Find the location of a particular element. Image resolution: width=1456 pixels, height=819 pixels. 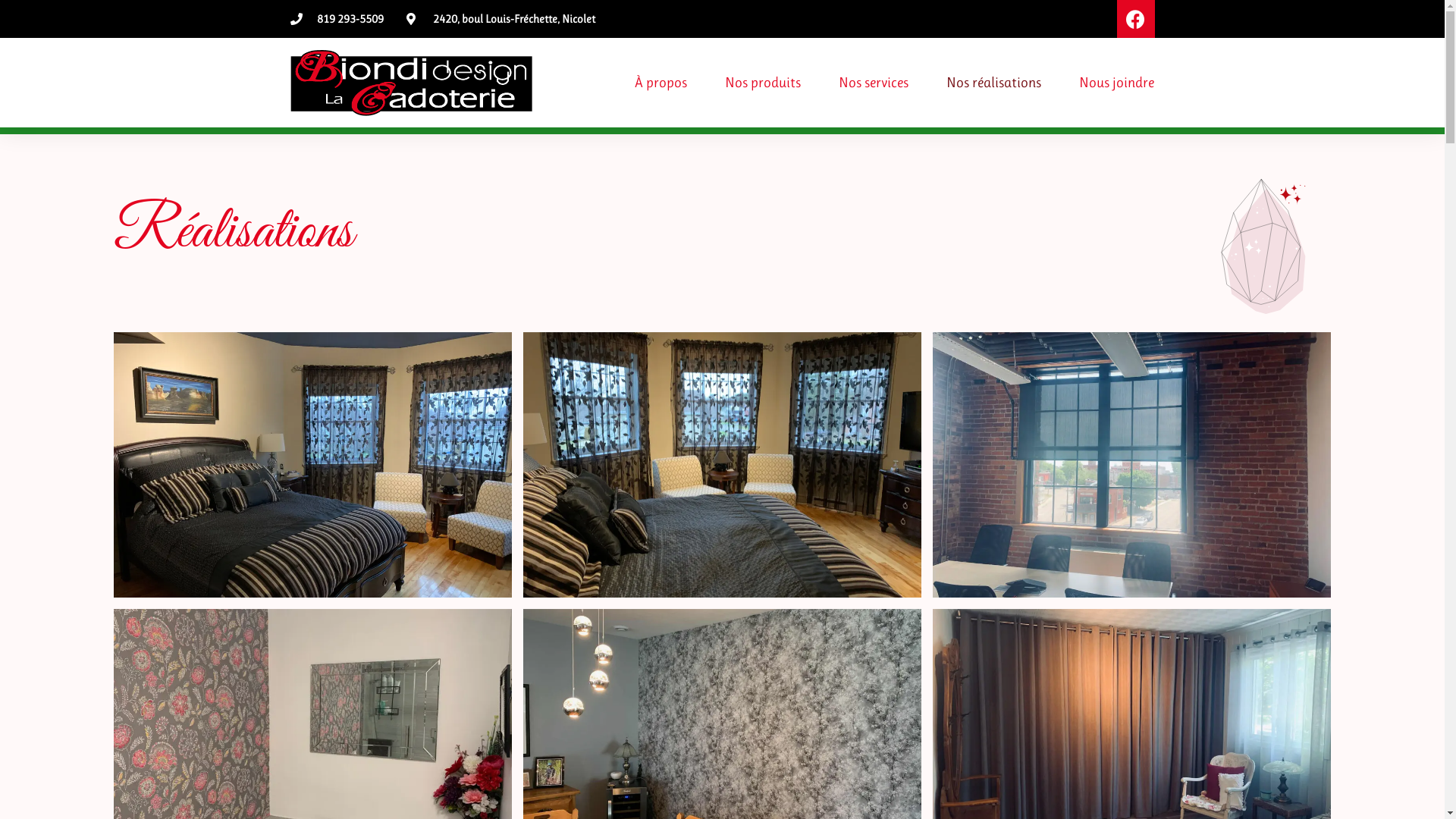

'Nous joindre' is located at coordinates (1116, 82).